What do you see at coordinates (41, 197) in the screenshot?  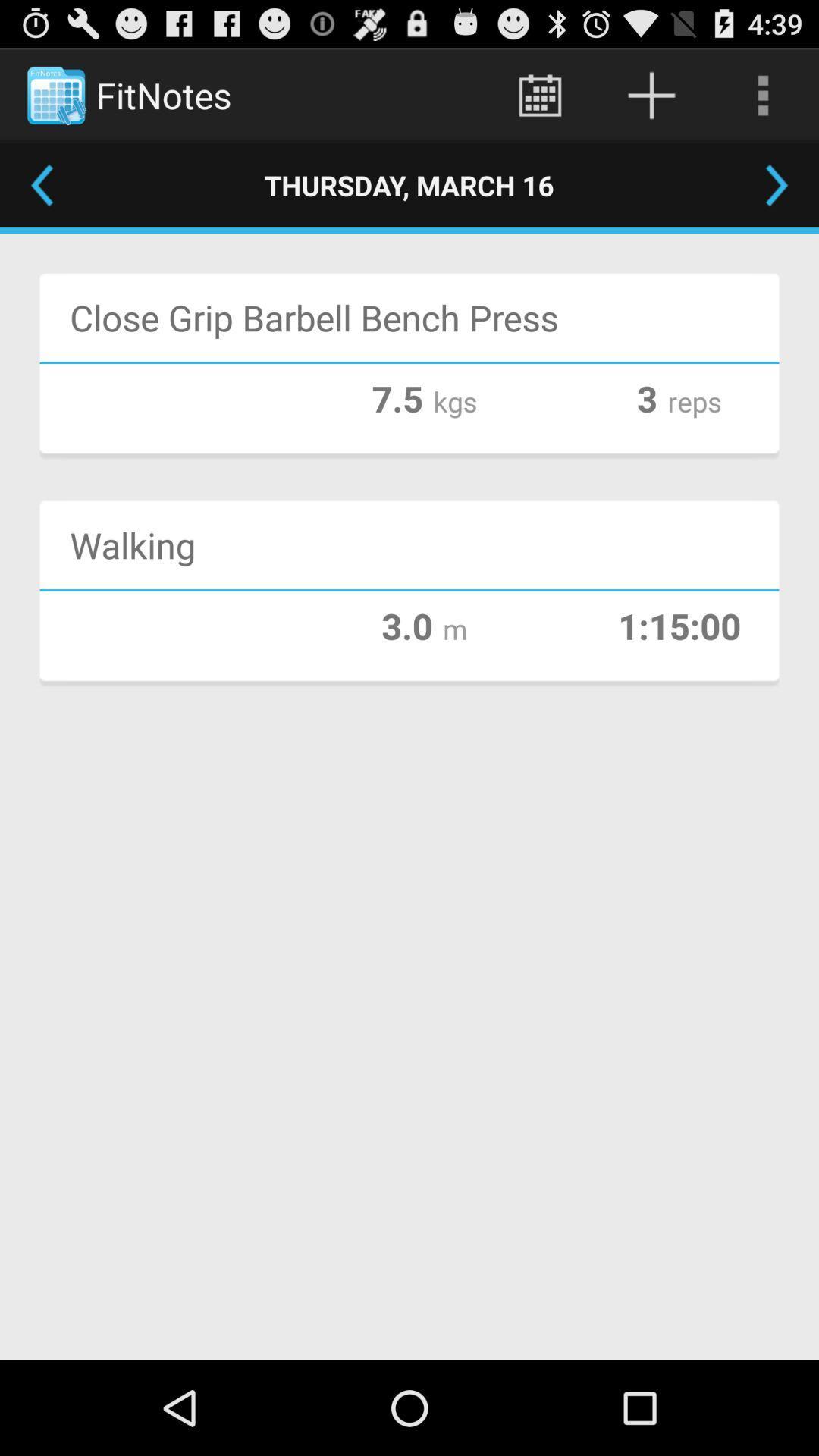 I see `the arrow_backward icon` at bounding box center [41, 197].